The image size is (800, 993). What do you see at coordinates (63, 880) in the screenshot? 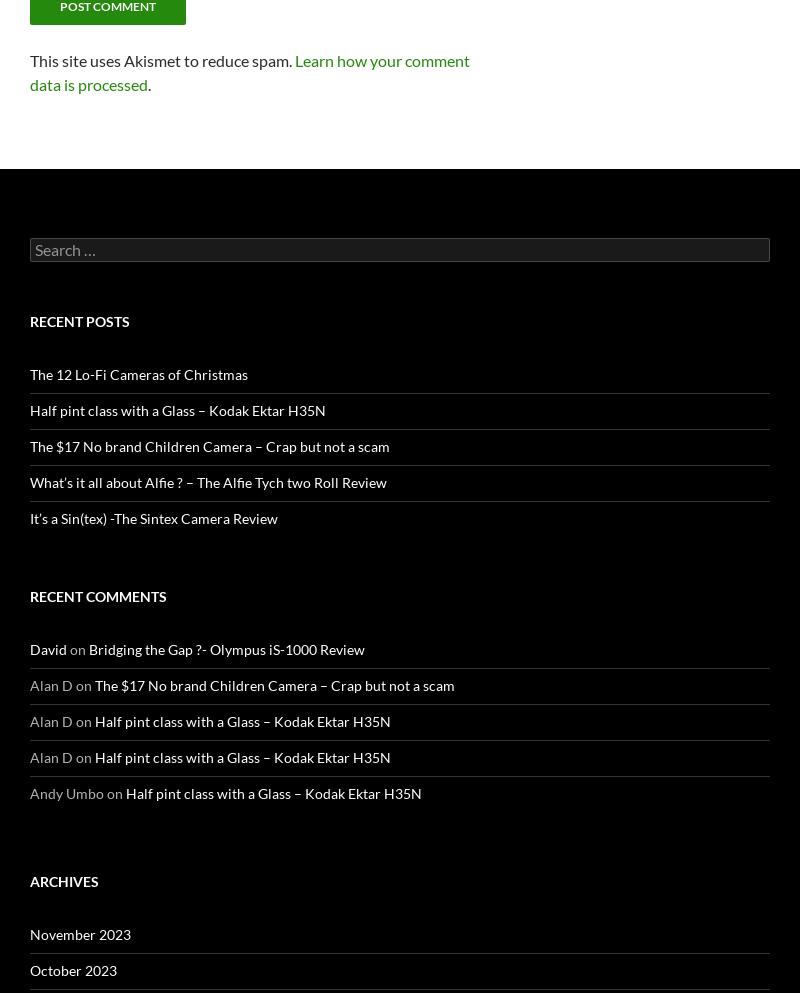
I see `'Archives'` at bounding box center [63, 880].